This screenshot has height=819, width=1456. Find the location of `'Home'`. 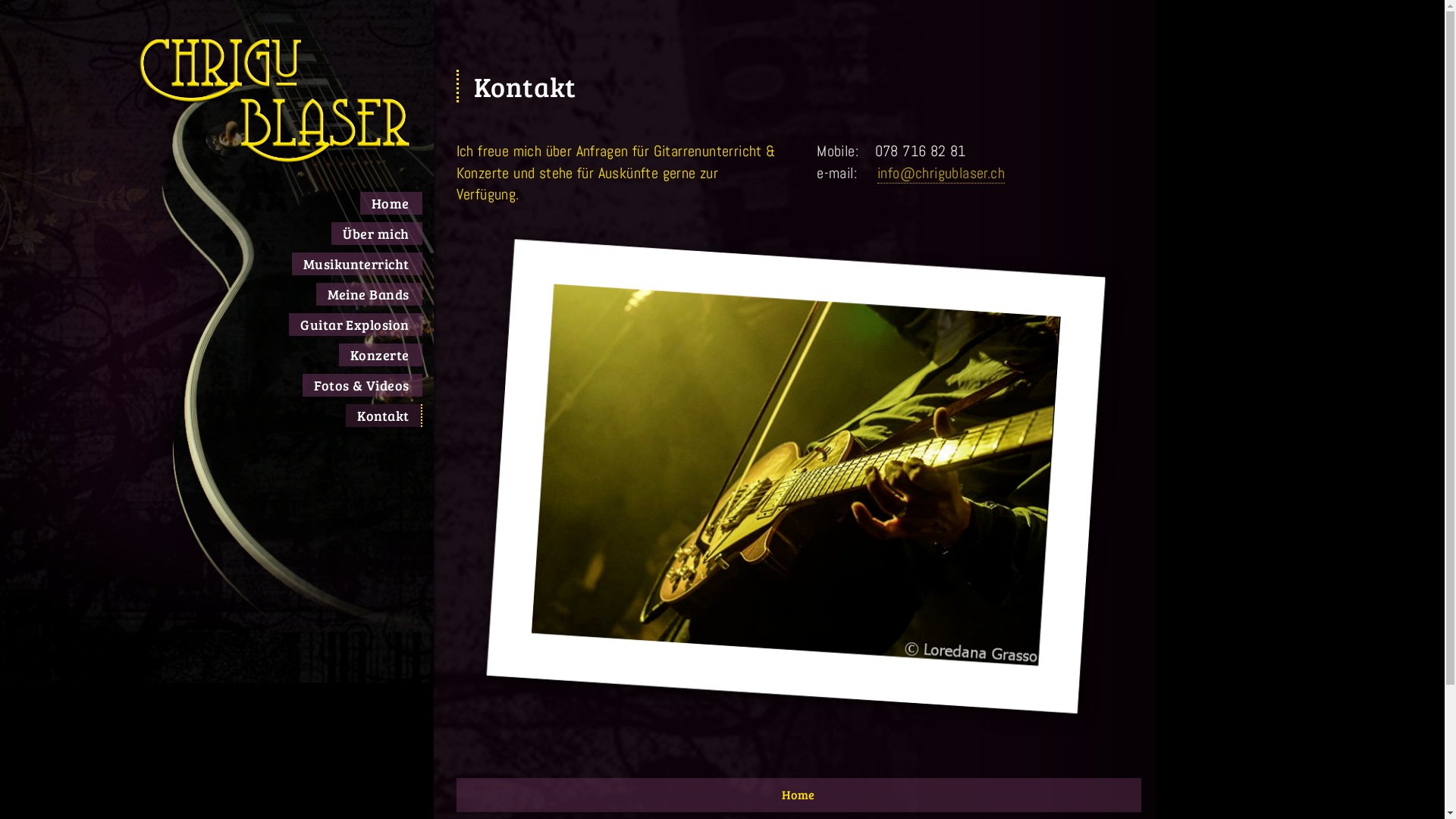

'Home' is located at coordinates (798, 794).